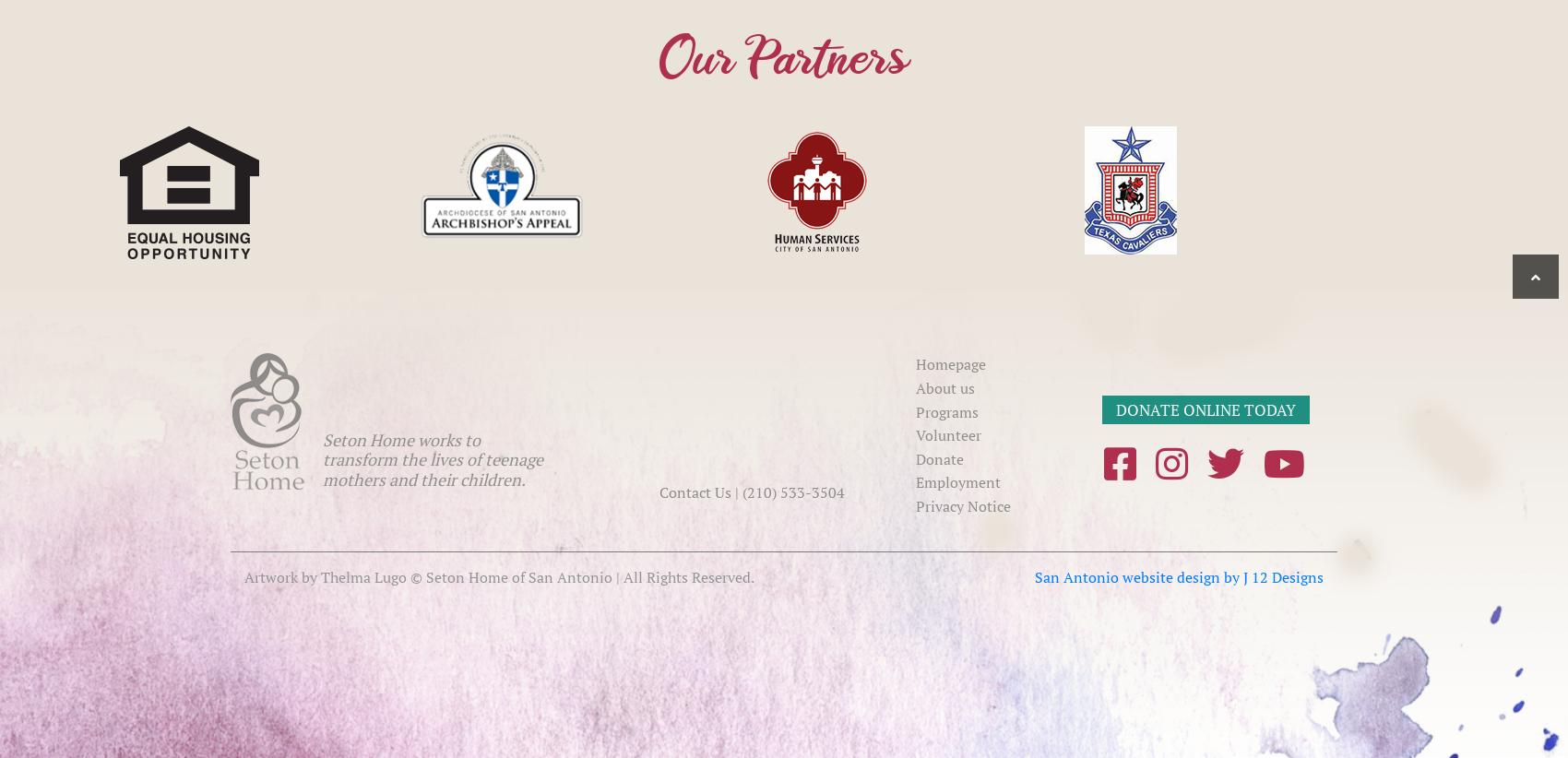  What do you see at coordinates (1179, 575) in the screenshot?
I see `'San Antonio website design by J 12 Designs'` at bounding box center [1179, 575].